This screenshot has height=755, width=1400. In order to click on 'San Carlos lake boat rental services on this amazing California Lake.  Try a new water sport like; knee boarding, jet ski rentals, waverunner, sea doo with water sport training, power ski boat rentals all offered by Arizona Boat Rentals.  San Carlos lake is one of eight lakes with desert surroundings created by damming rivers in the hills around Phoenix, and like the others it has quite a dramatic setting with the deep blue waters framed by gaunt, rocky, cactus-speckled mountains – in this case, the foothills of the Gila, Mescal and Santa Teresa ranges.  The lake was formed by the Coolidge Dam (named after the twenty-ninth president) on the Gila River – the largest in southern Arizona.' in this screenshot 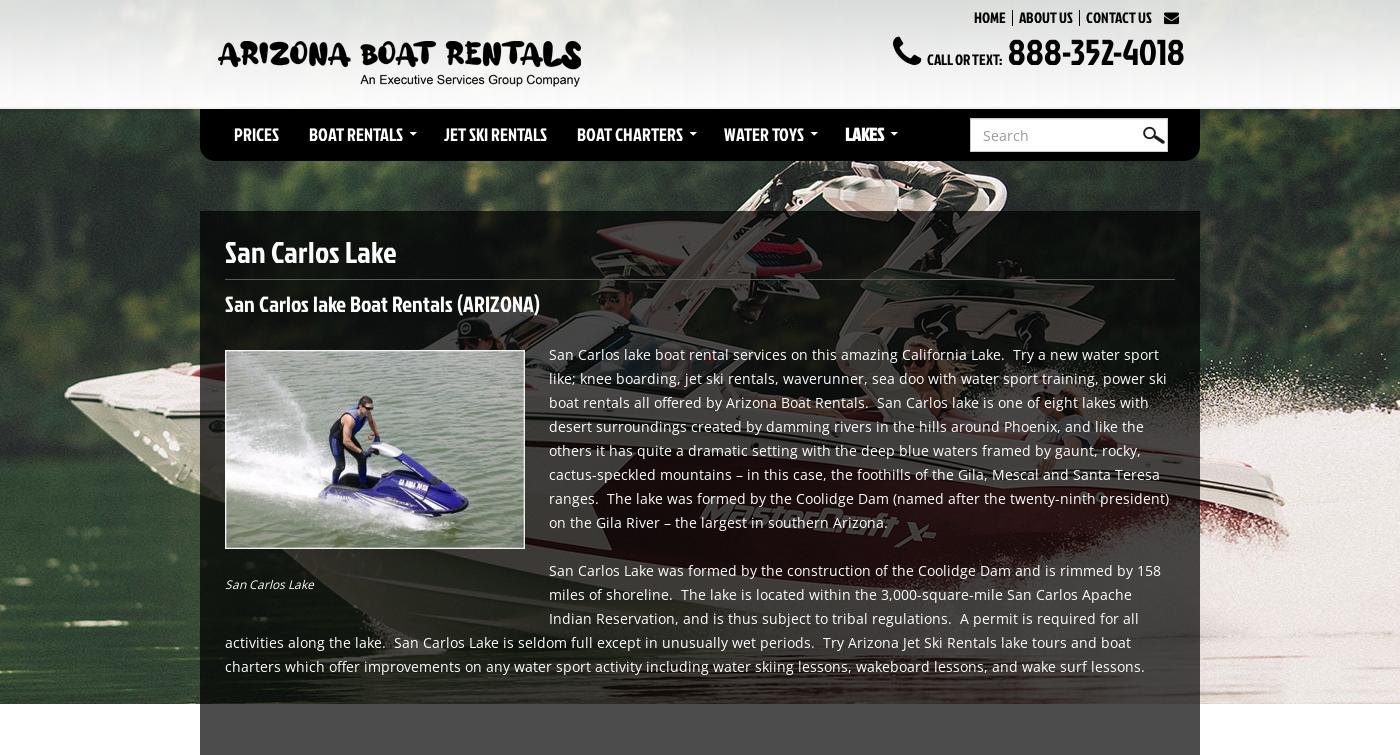, I will do `click(859, 436)`.